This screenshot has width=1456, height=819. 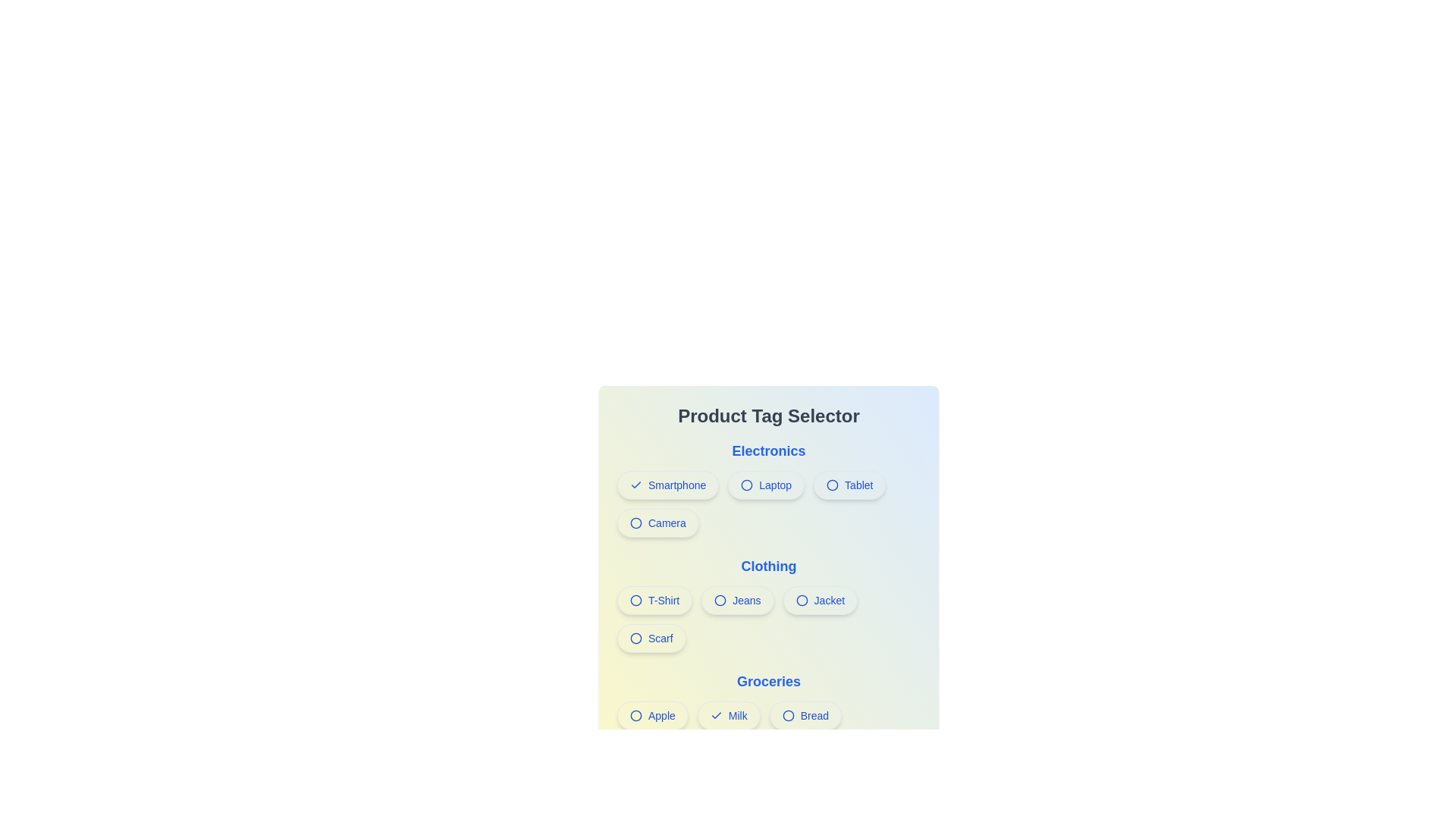 I want to click on the 'Jeans' category button, so click(x=768, y=604).